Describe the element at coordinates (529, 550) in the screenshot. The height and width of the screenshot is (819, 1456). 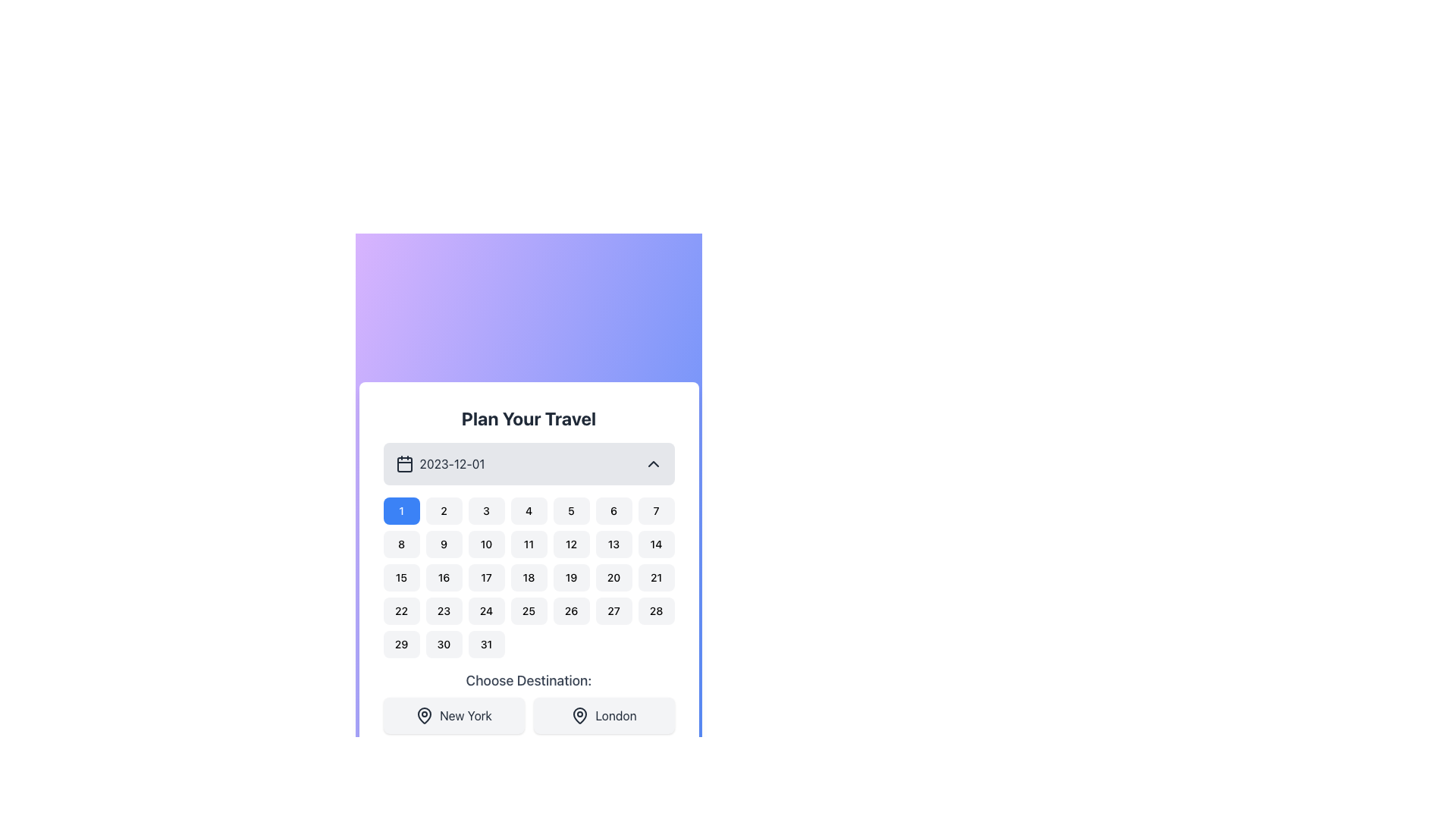
I see `the specific date button in the calendar grid located in the 'Plan Your Travel' section` at that location.